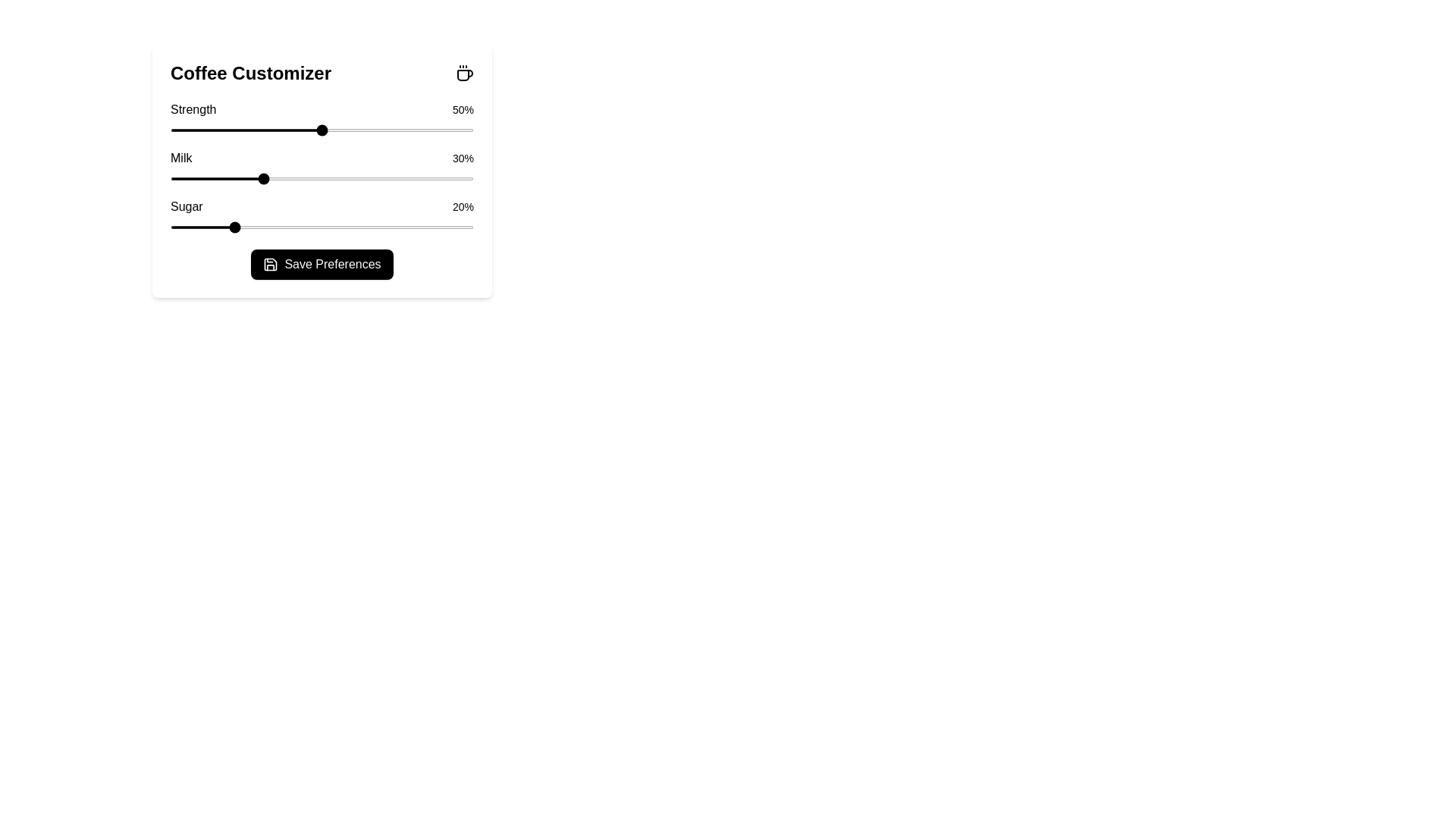  Describe the element at coordinates (193, 109) in the screenshot. I see `the bold black text label displaying 'Strength', which is located to the left of the slider component labeled '50%' in the Coffee Customizer section` at that location.